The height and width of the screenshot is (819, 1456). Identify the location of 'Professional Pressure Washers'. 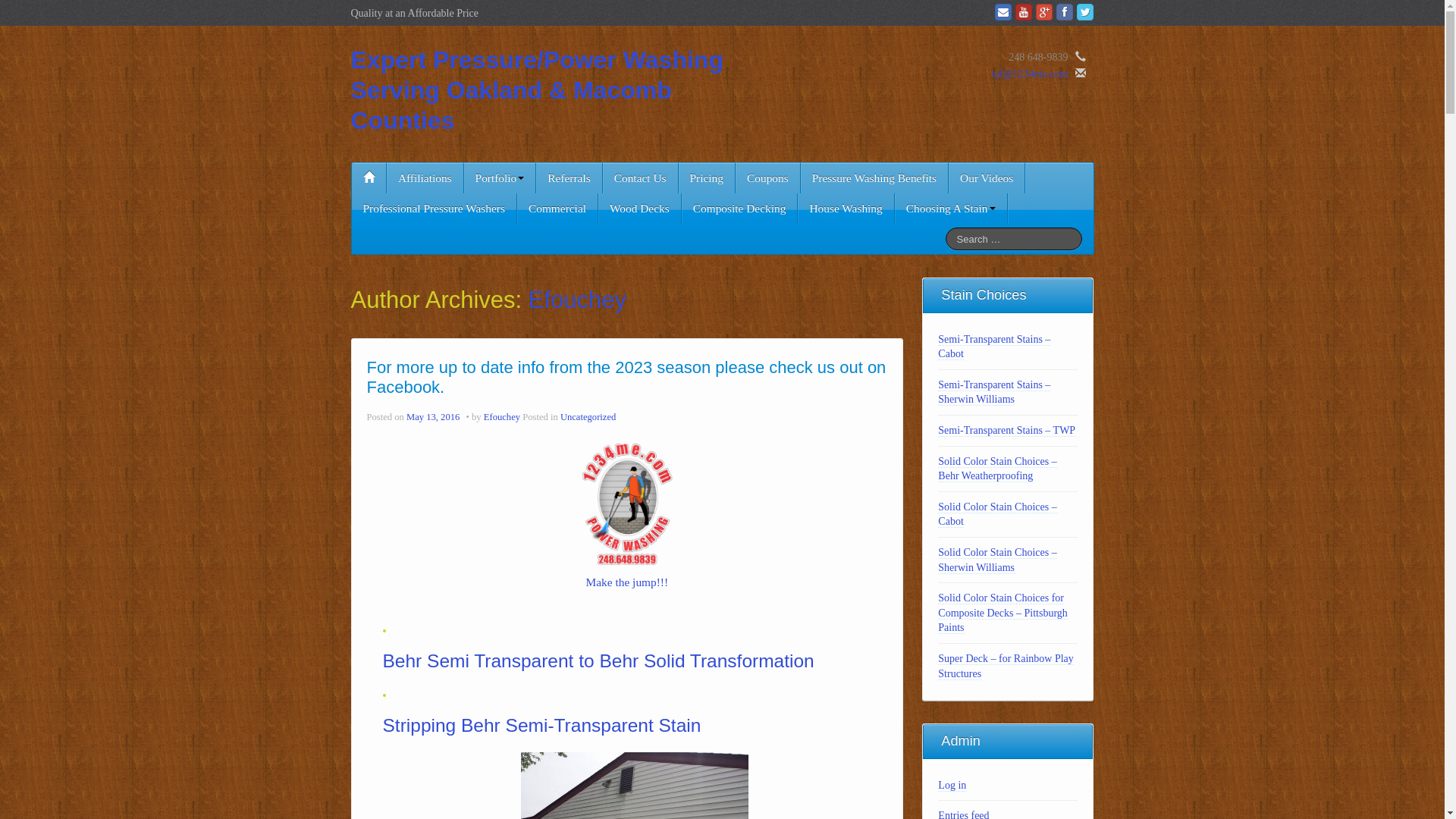
(433, 208).